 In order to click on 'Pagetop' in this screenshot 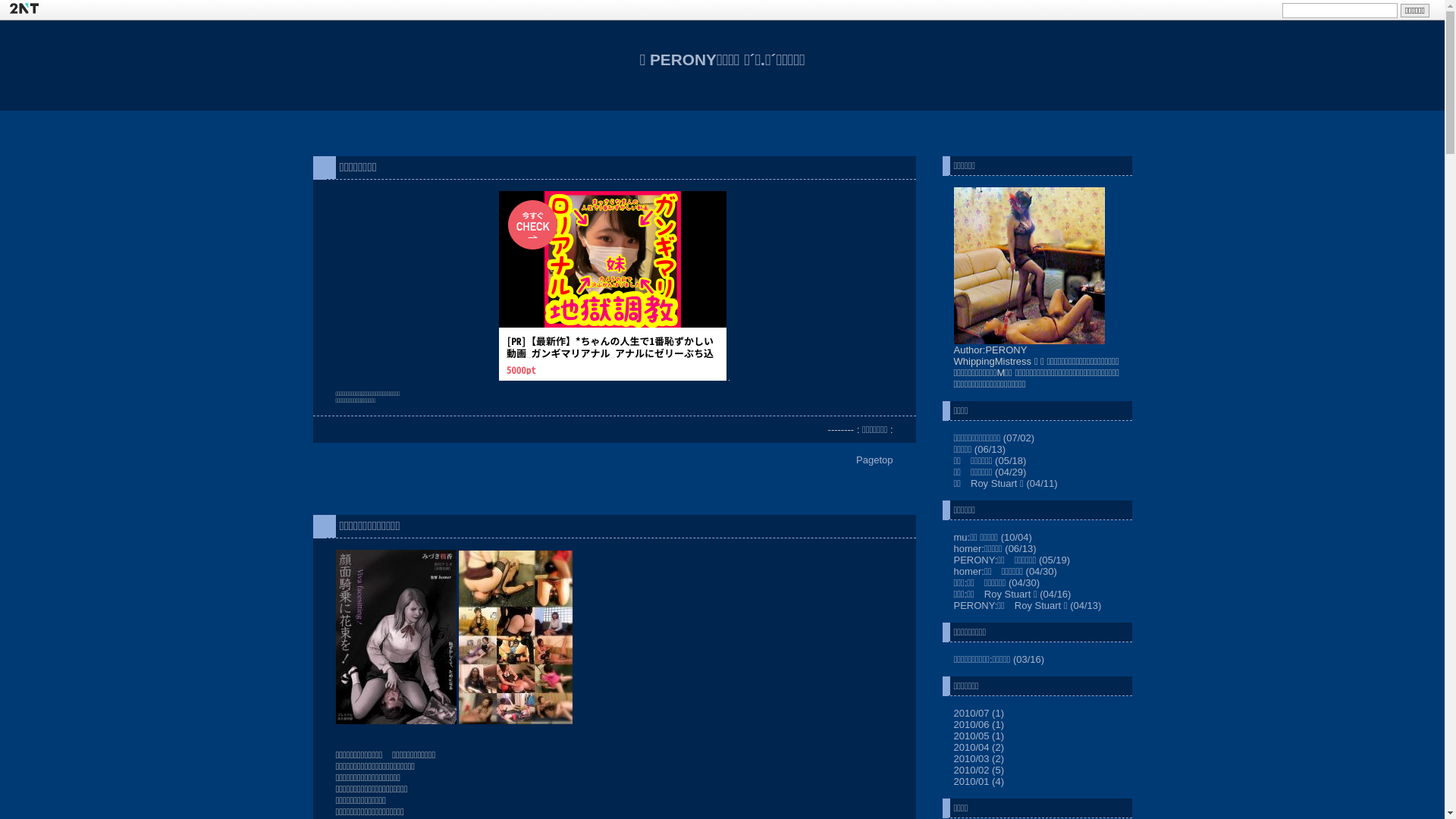, I will do `click(874, 459)`.